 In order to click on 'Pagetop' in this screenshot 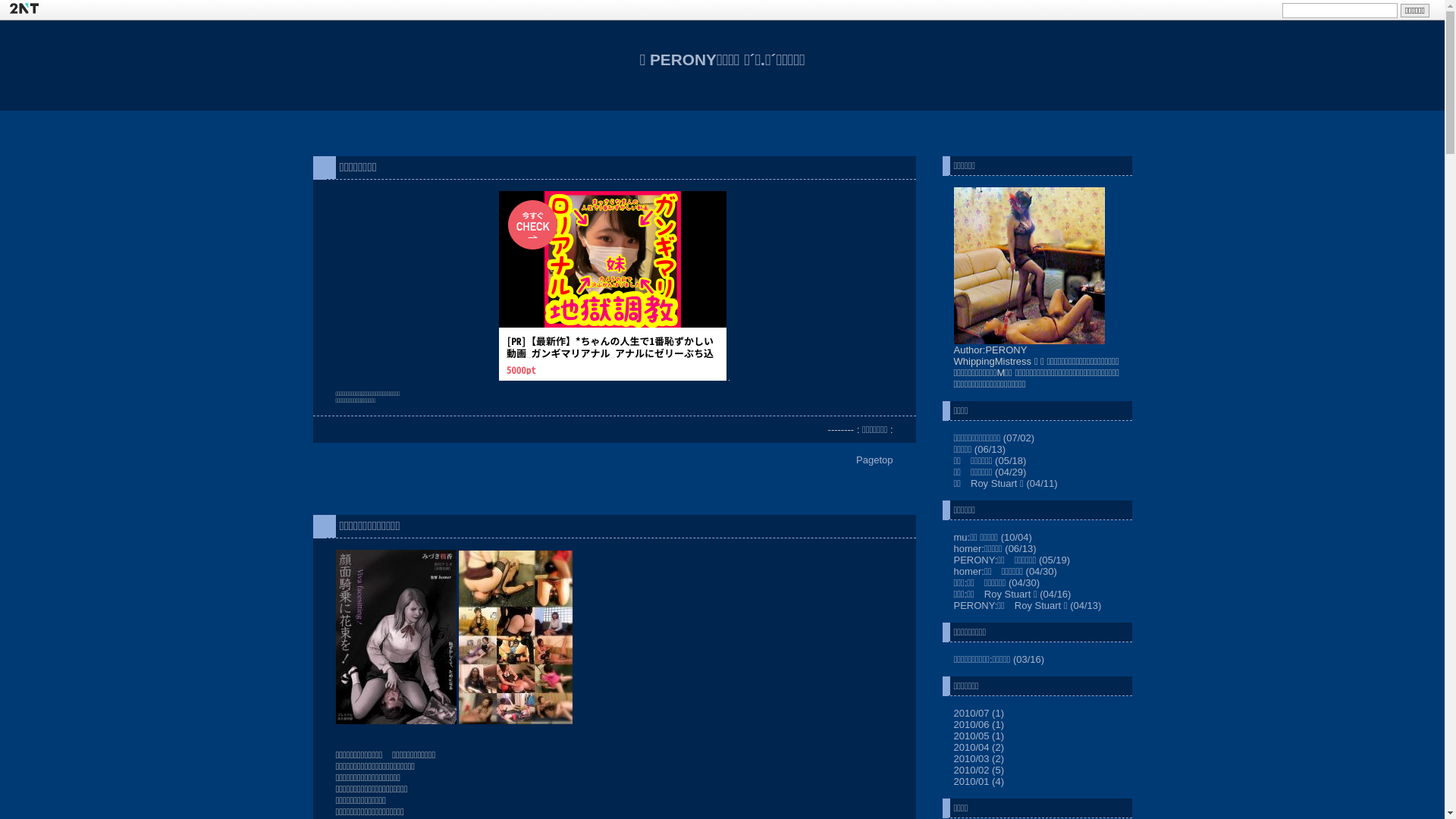, I will do `click(874, 459)`.